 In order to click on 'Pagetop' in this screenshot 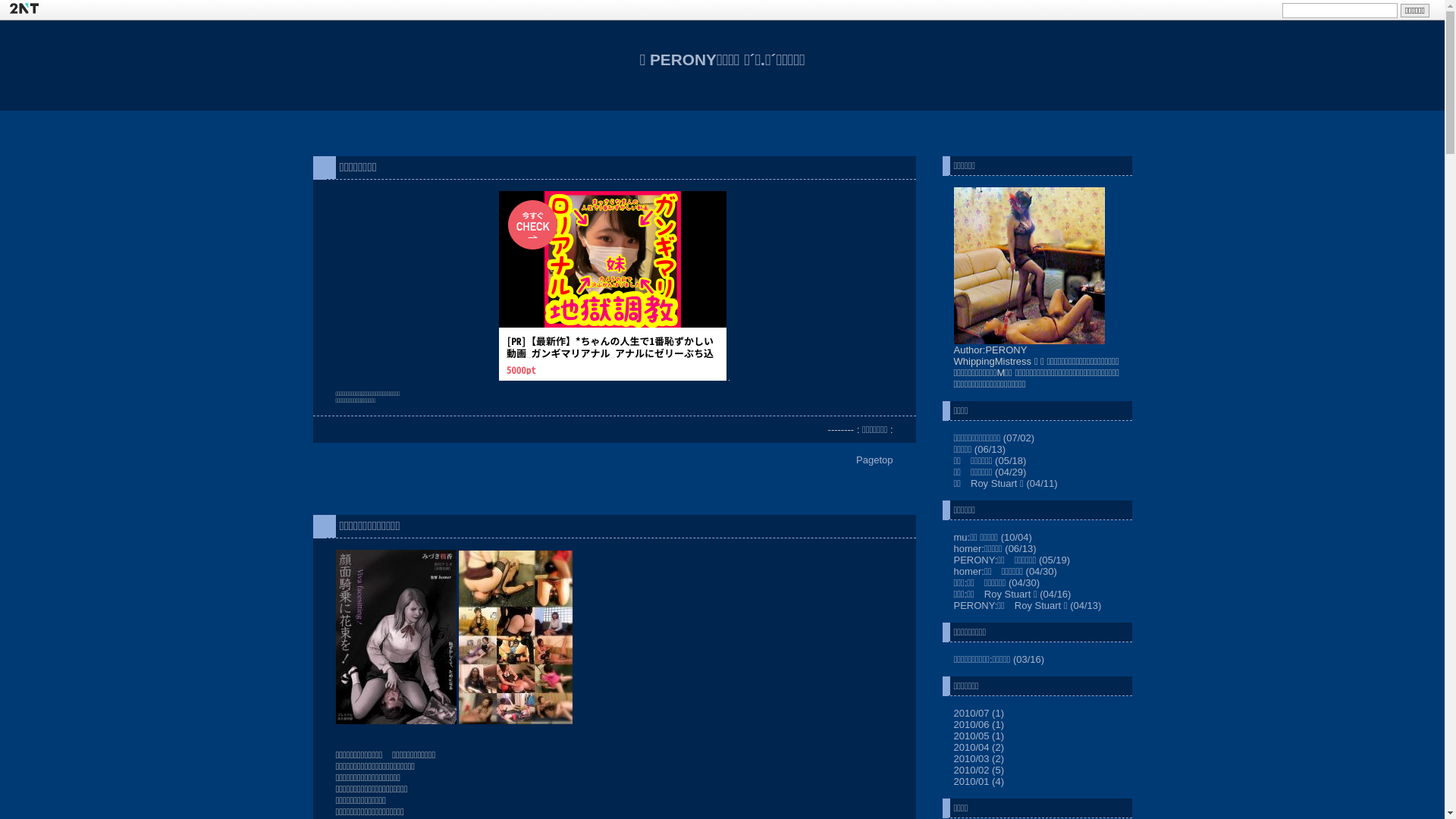, I will do `click(874, 459)`.